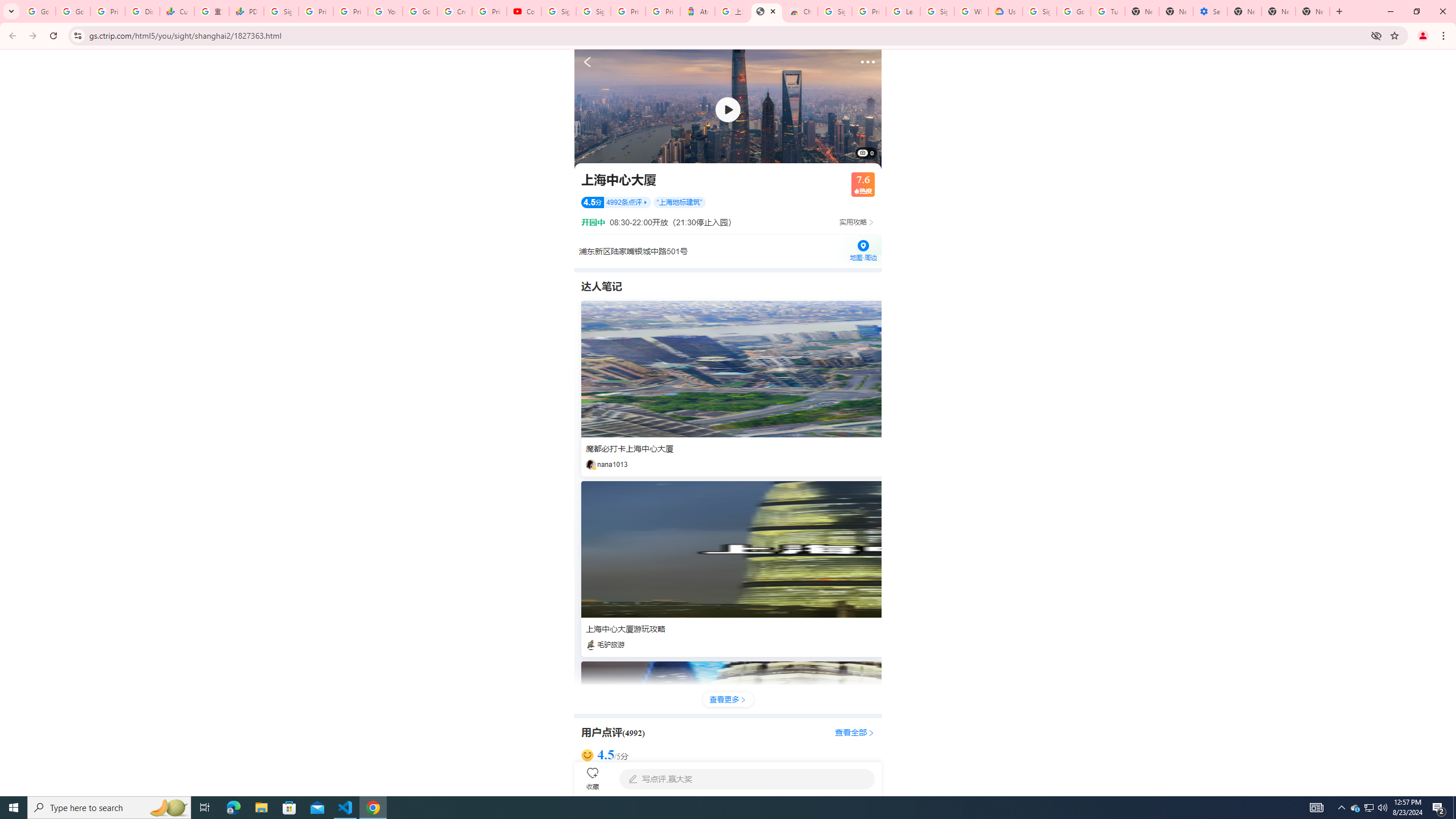 The height and width of the screenshot is (819, 1456). What do you see at coordinates (246, 11) in the screenshot?
I see `'PDD Holdings Inc - ADR (PDD) Price & News - Google Finance'` at bounding box center [246, 11].